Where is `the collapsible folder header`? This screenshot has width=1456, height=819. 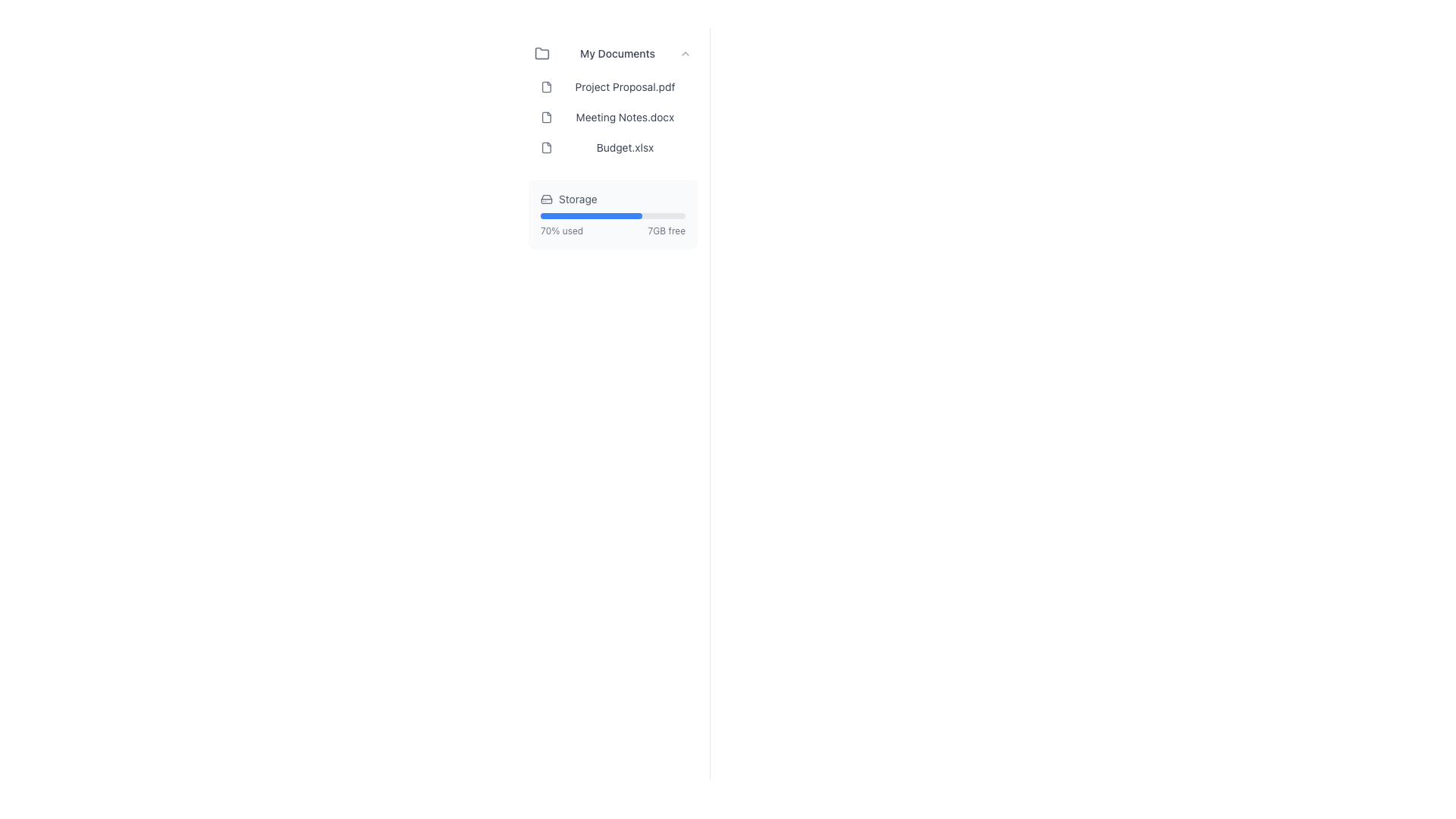
the collapsible folder header is located at coordinates (613, 52).